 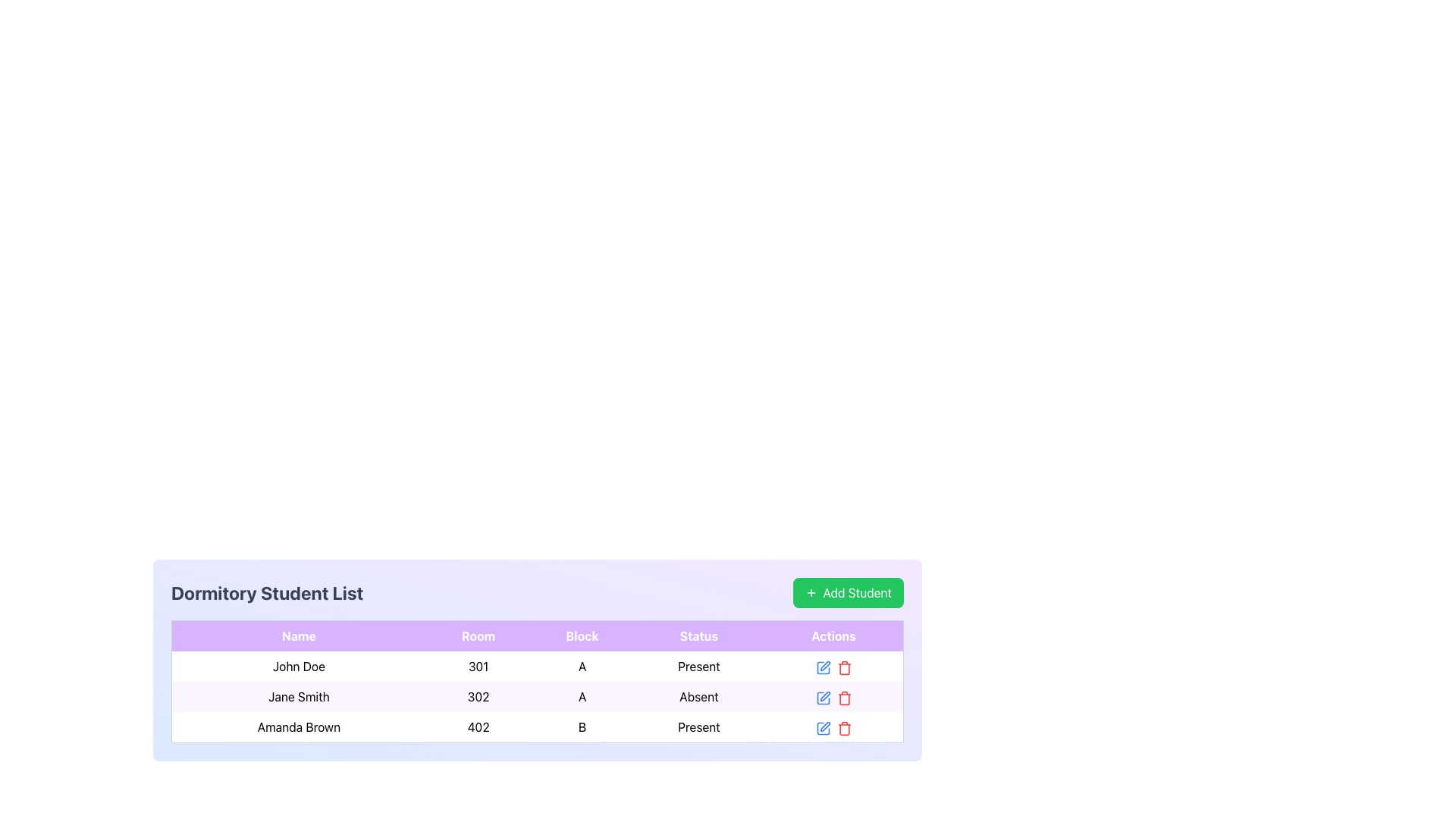 I want to click on the small red pen icon in the Actions column associated with Amanda Brown's entry, so click(x=824, y=726).